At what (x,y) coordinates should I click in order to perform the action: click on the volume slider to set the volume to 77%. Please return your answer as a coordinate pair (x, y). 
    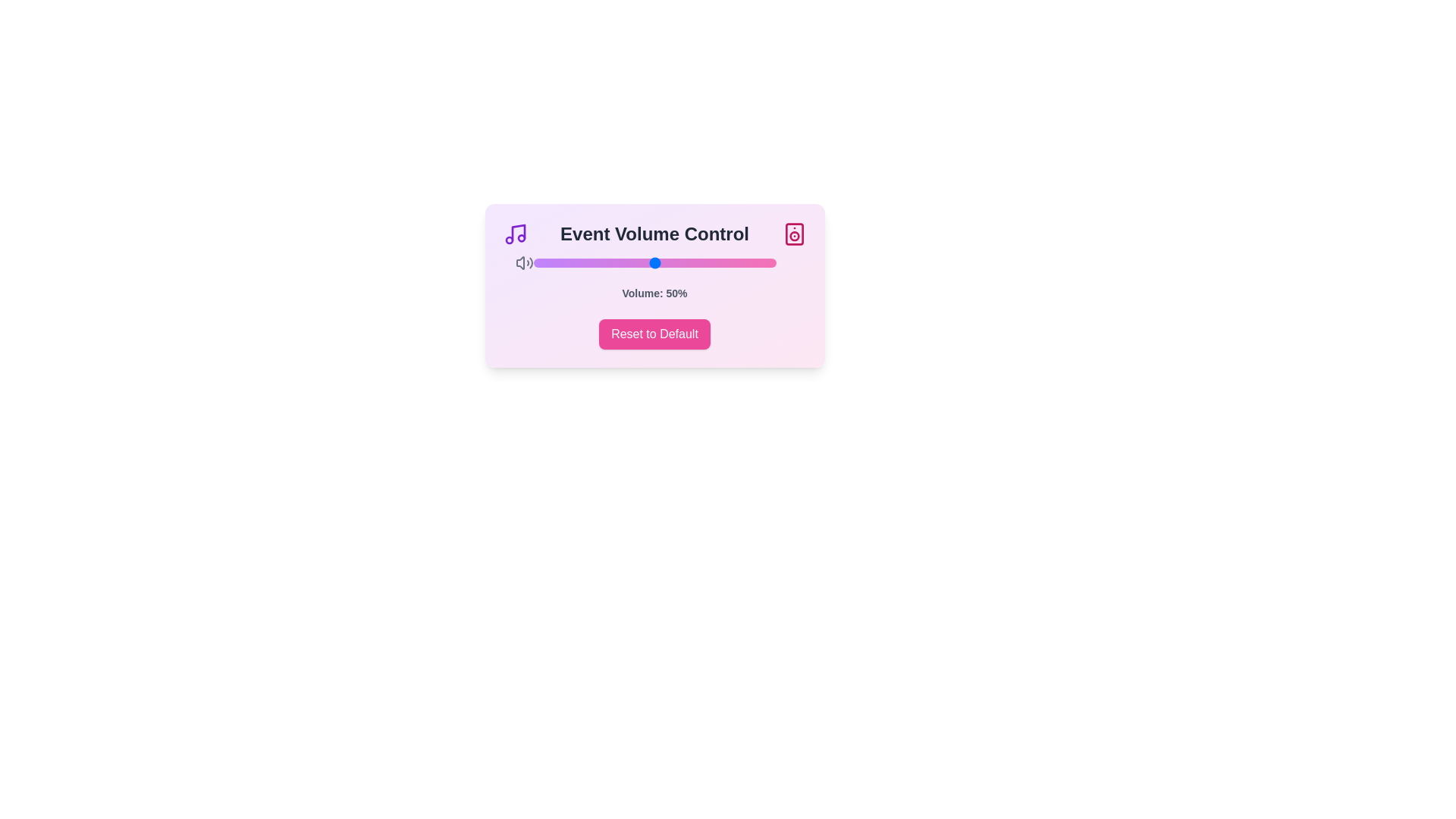
    Looking at the image, I should click on (719, 262).